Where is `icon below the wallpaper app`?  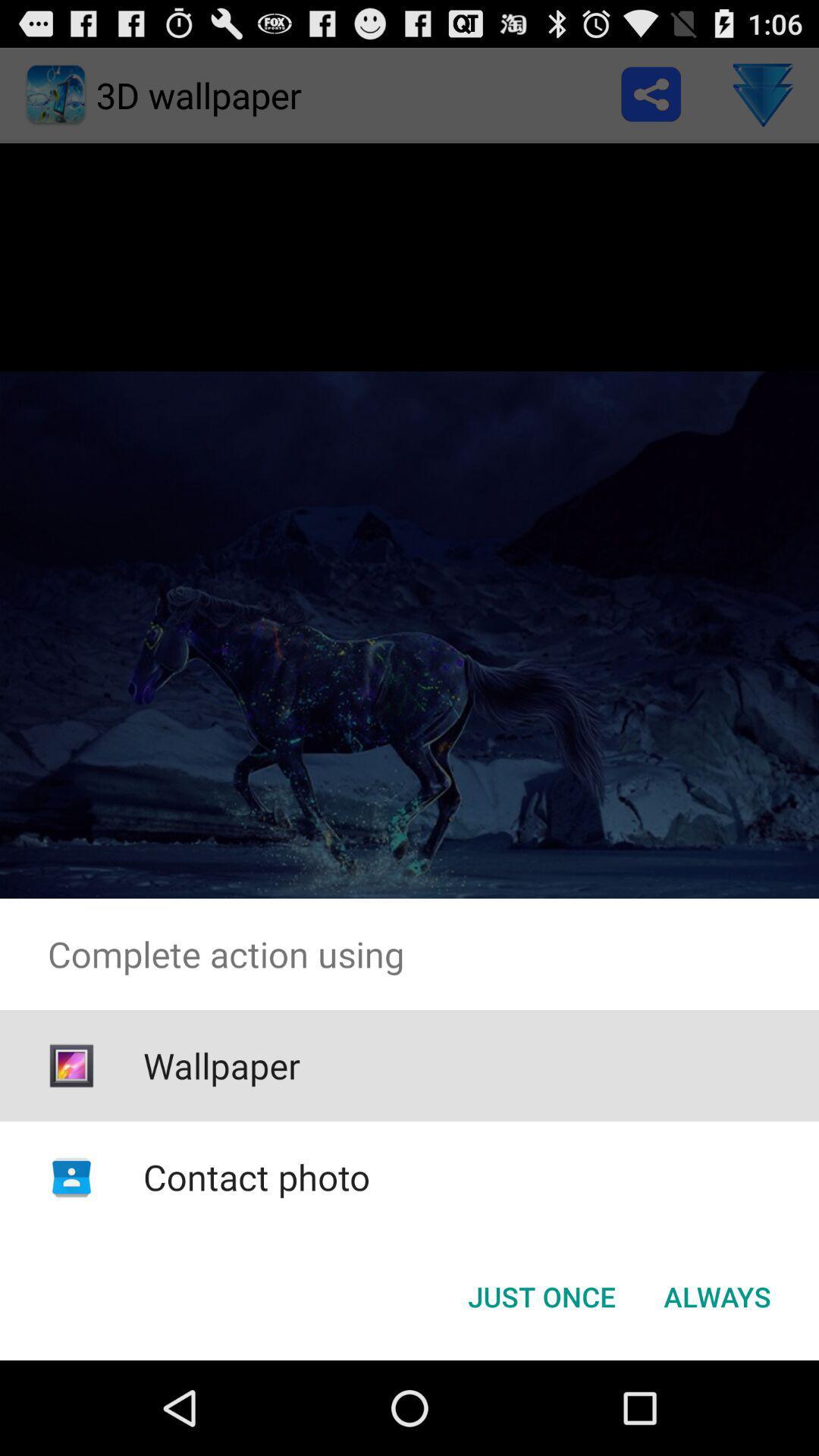
icon below the wallpaper app is located at coordinates (256, 1176).